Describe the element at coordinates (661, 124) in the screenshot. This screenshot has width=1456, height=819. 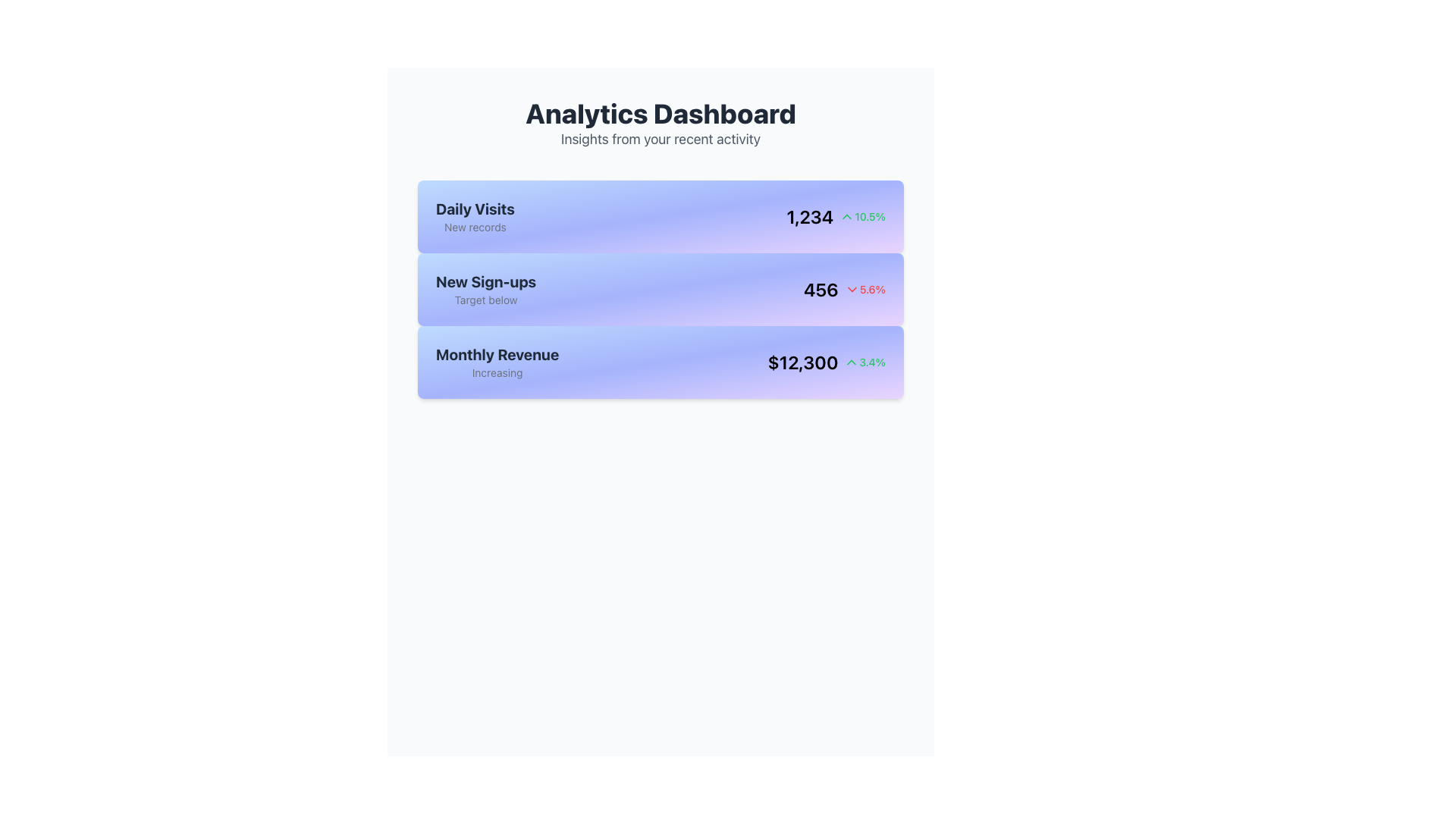
I see `the header element titled 'Analytics Dashboard' which includes the subtitle 'Insights from your recent activity'` at that location.